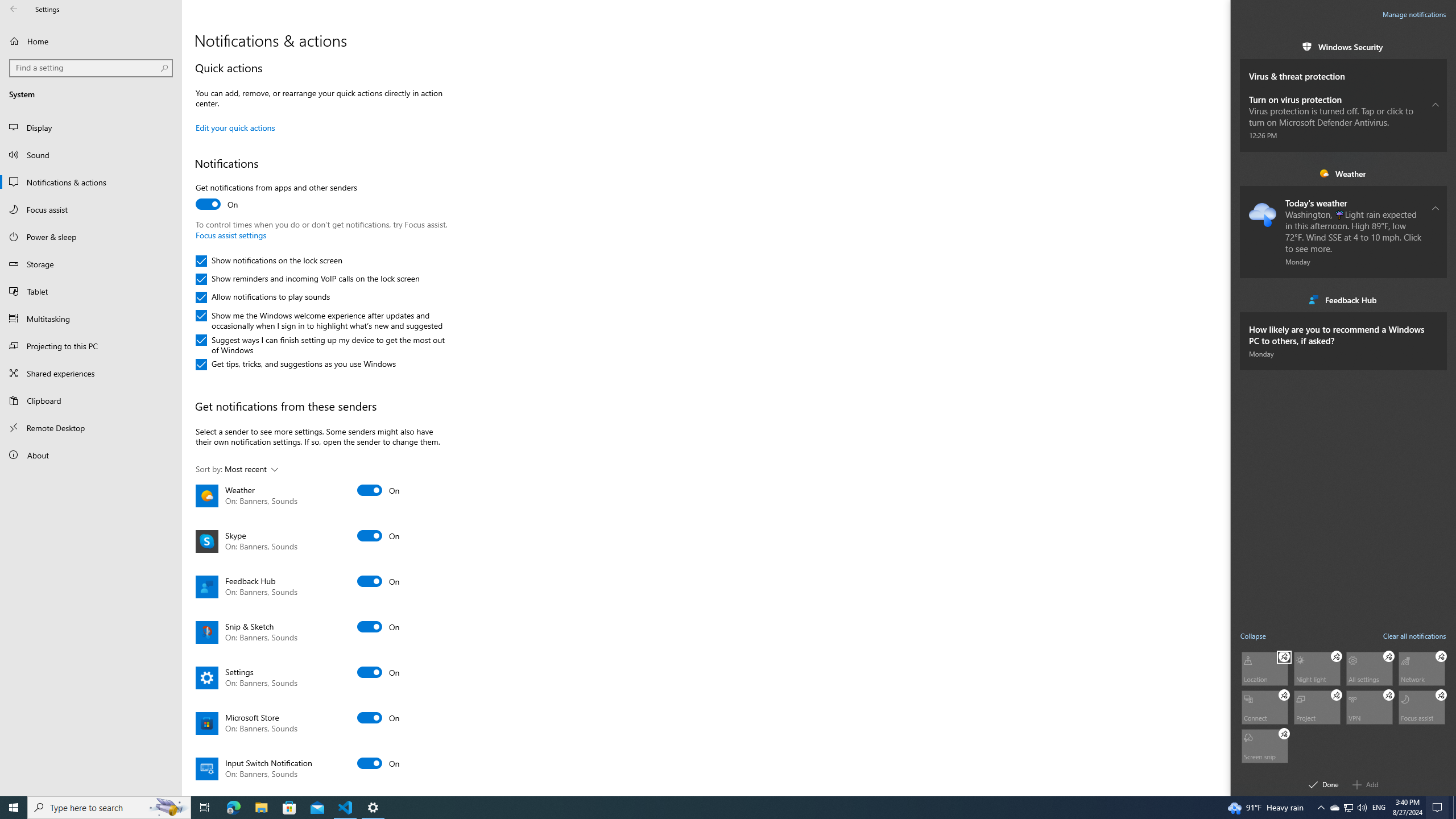 This screenshot has width=1456, height=819. Describe the element at coordinates (1284, 734) in the screenshot. I see `'Screen snip Unpin'` at that location.